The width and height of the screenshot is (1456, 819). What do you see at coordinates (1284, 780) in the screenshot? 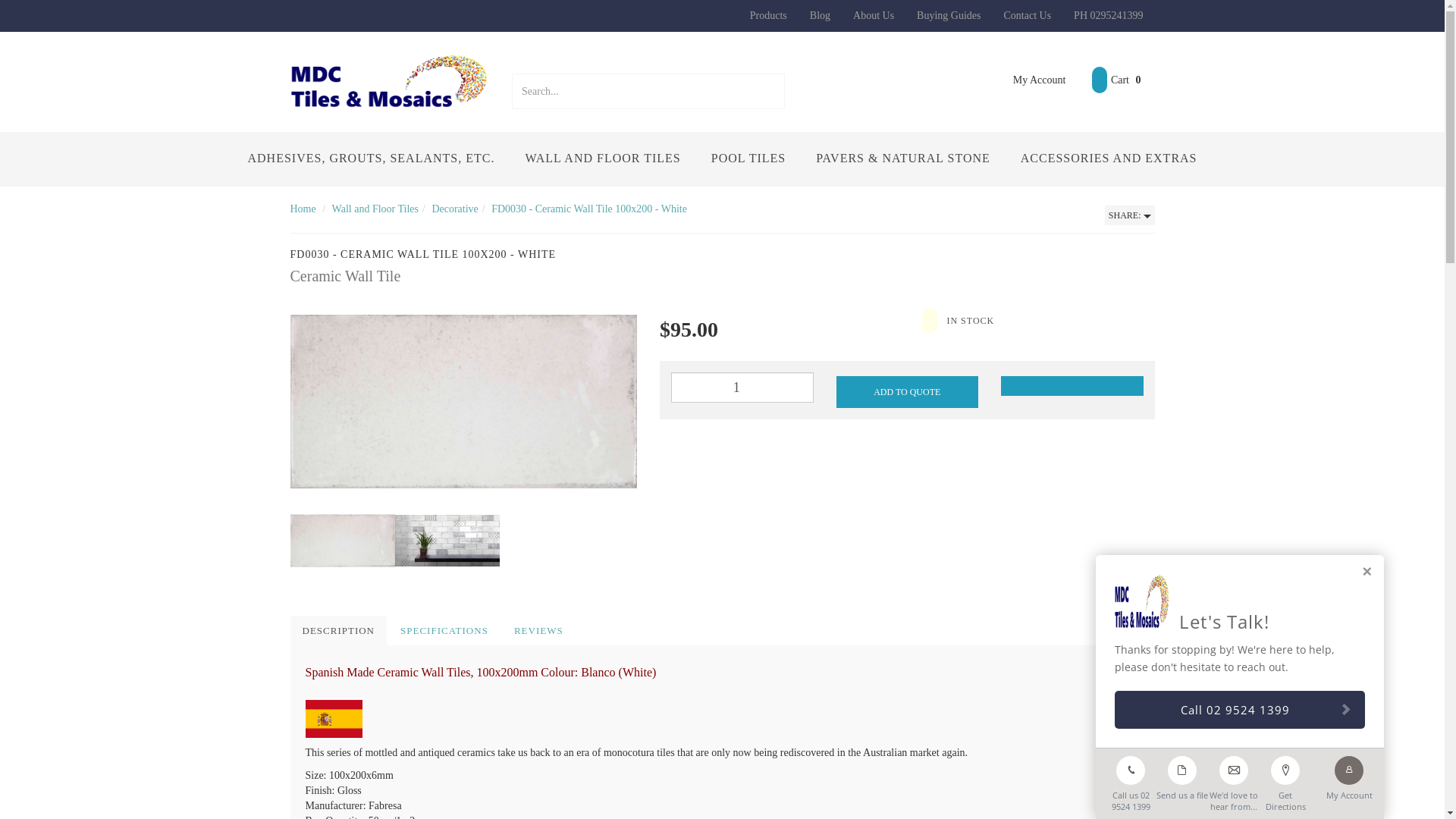
I see `'Get Directions'` at bounding box center [1284, 780].